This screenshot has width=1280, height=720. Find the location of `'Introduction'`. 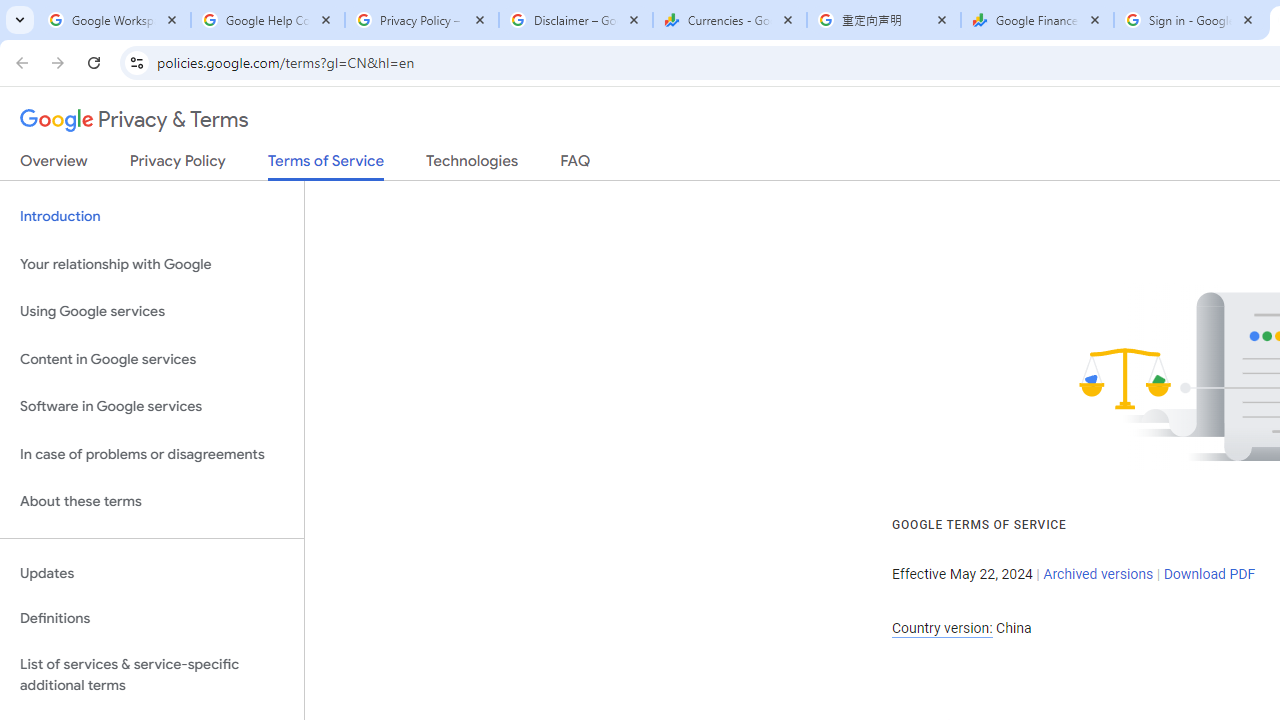

'Introduction' is located at coordinates (151, 217).